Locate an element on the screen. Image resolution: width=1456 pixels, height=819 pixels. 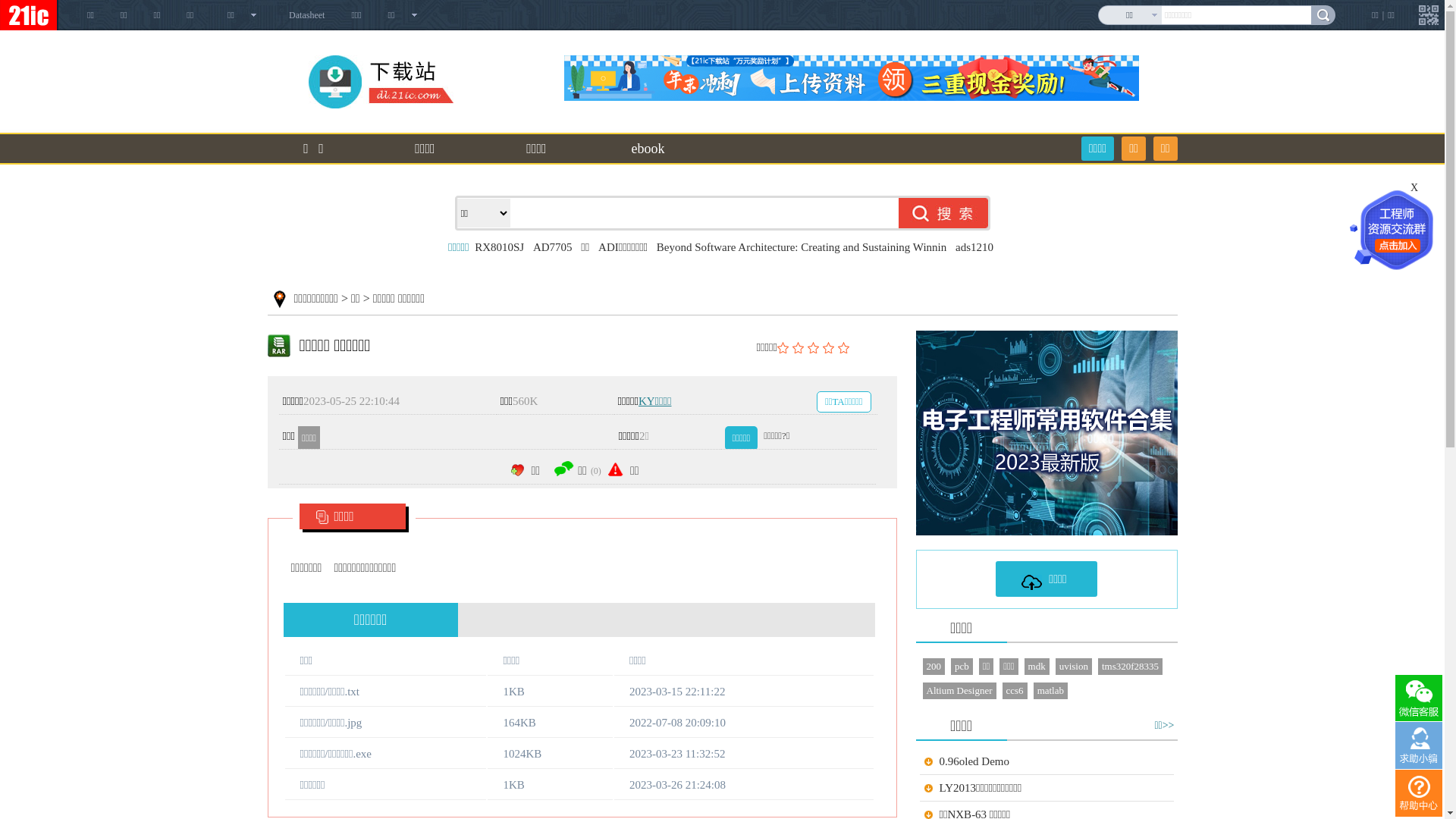
'ccs6' is located at coordinates (1015, 690).